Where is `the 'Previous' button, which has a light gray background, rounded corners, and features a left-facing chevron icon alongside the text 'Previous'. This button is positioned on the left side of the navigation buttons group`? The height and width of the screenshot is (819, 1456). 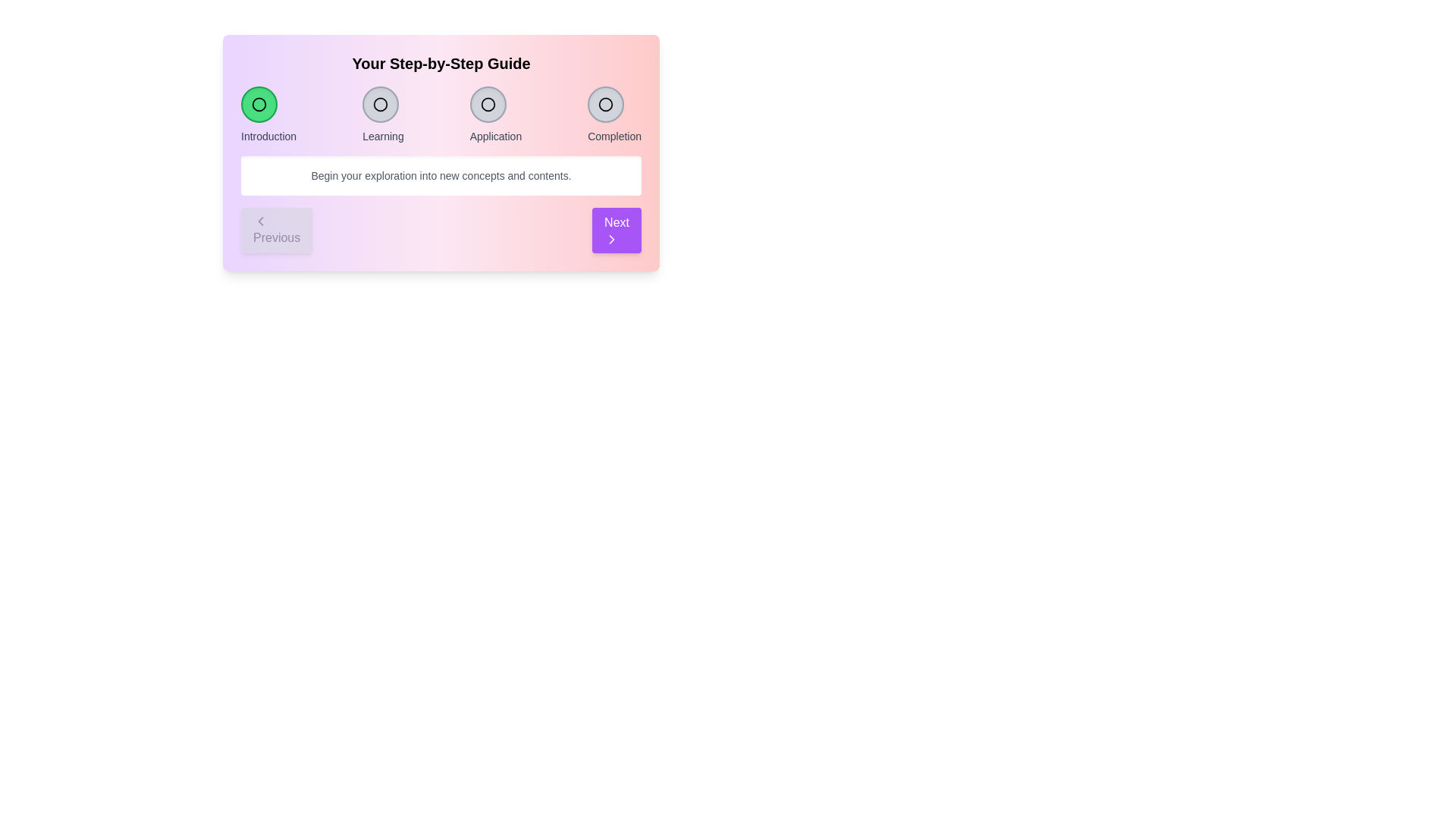 the 'Previous' button, which has a light gray background, rounded corners, and features a left-facing chevron icon alongside the text 'Previous'. This button is positioned on the left side of the navigation buttons group is located at coordinates (277, 231).